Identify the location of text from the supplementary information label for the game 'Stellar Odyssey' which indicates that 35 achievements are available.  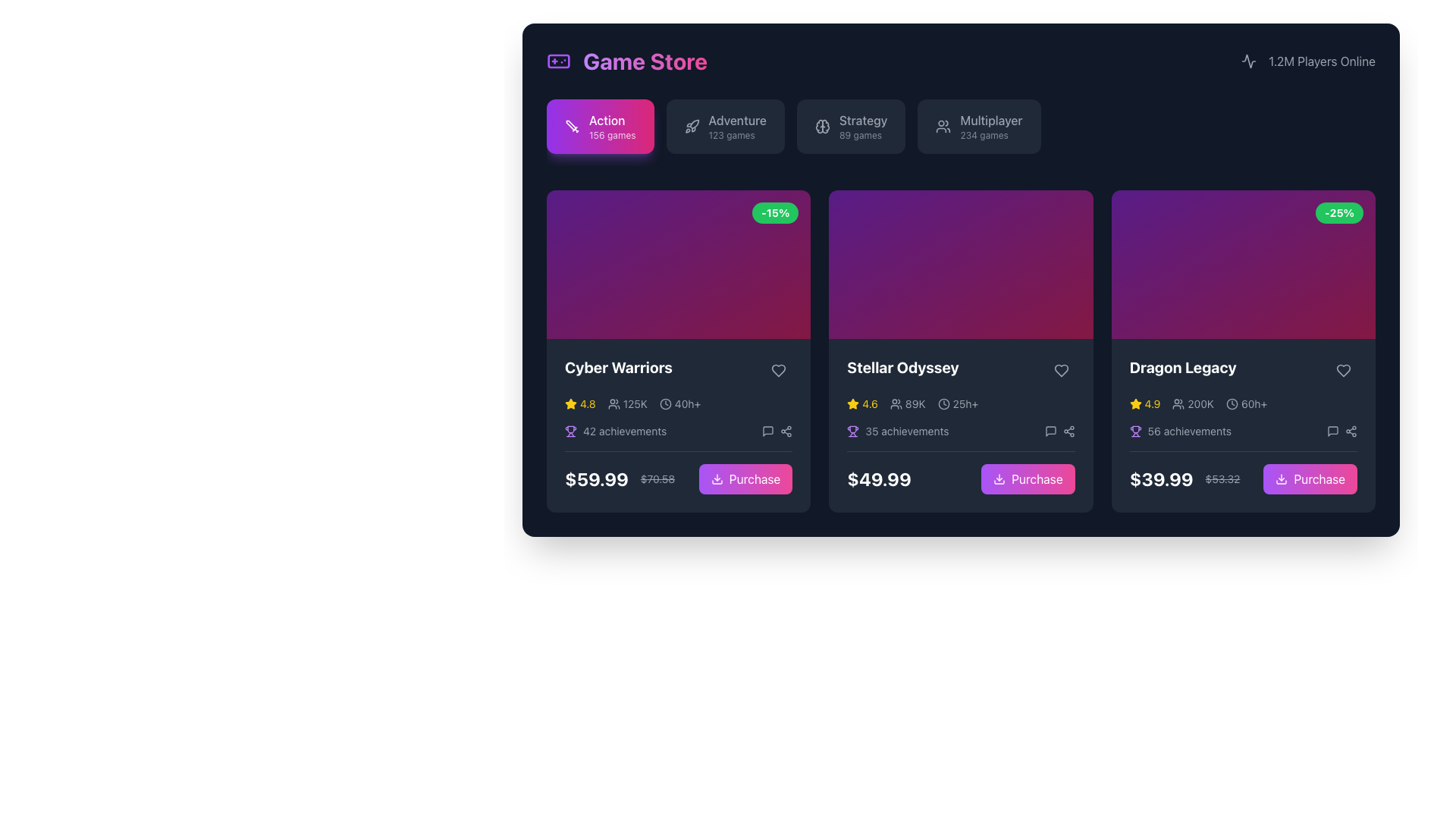
(907, 431).